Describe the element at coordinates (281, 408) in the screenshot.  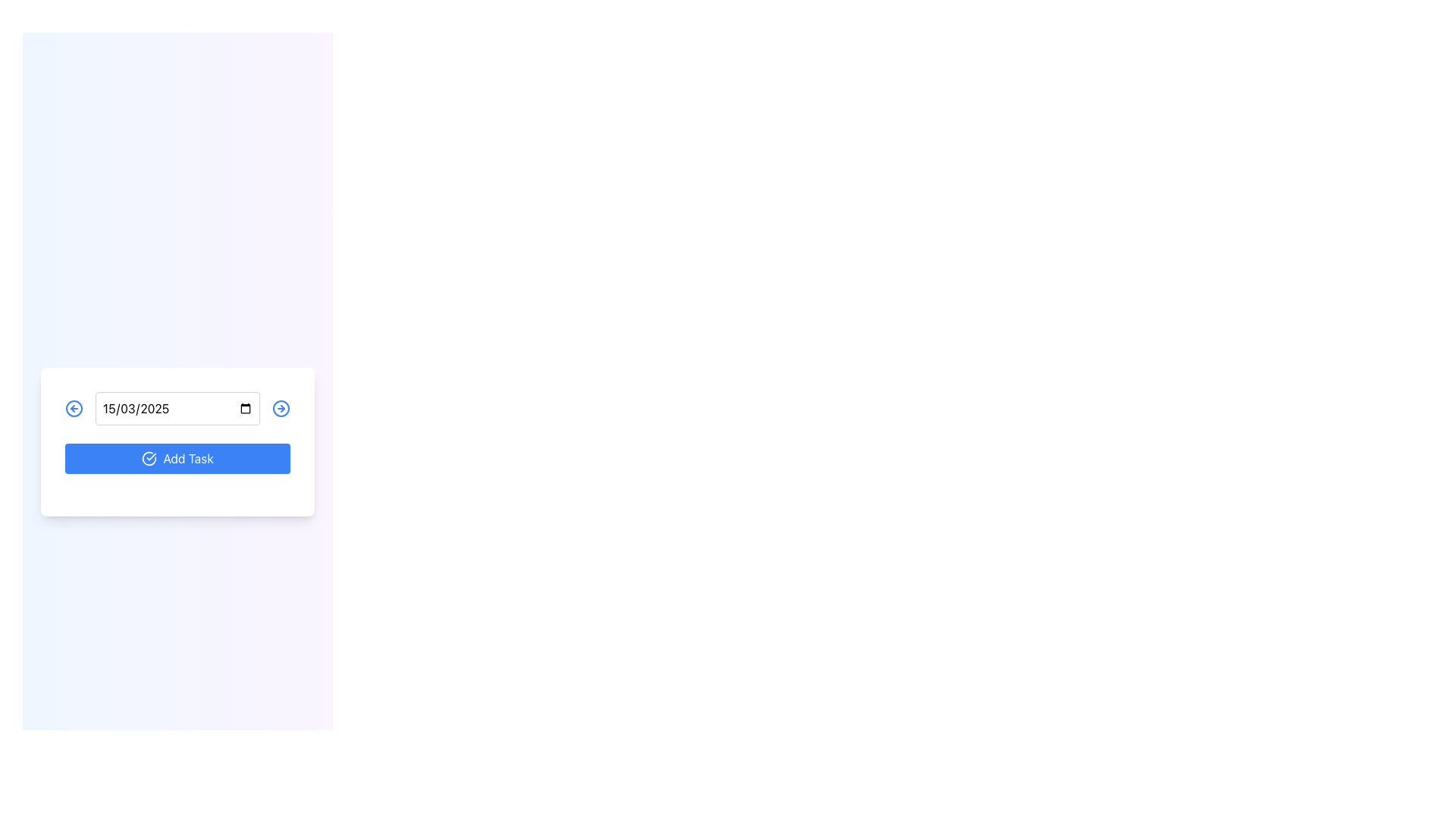
I see `the SVG circle element that is part of the decorative arrow icon indicating a forward action` at that location.